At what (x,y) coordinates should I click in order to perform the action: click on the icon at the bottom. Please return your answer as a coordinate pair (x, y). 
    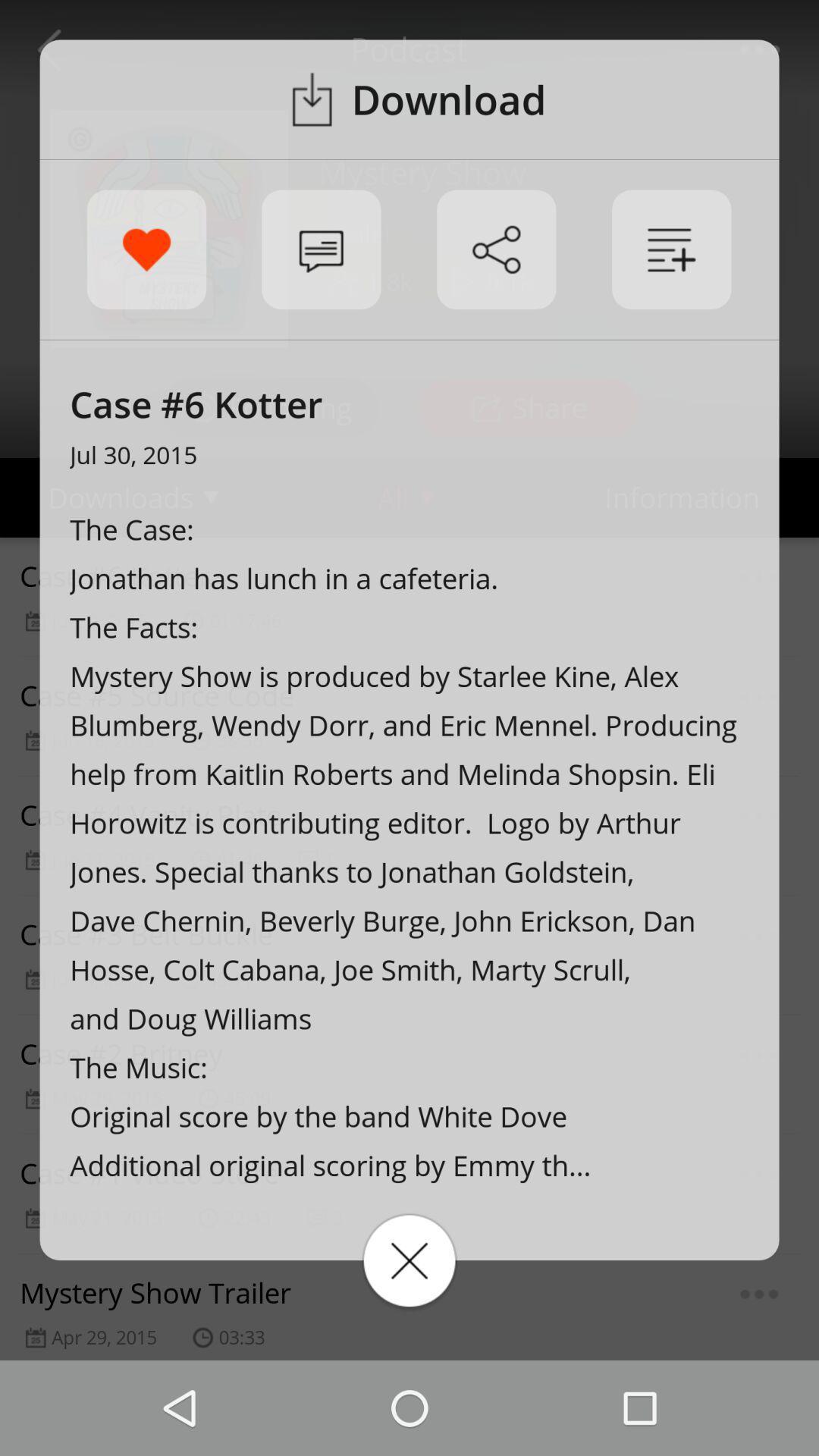
    Looking at the image, I should click on (409, 1260).